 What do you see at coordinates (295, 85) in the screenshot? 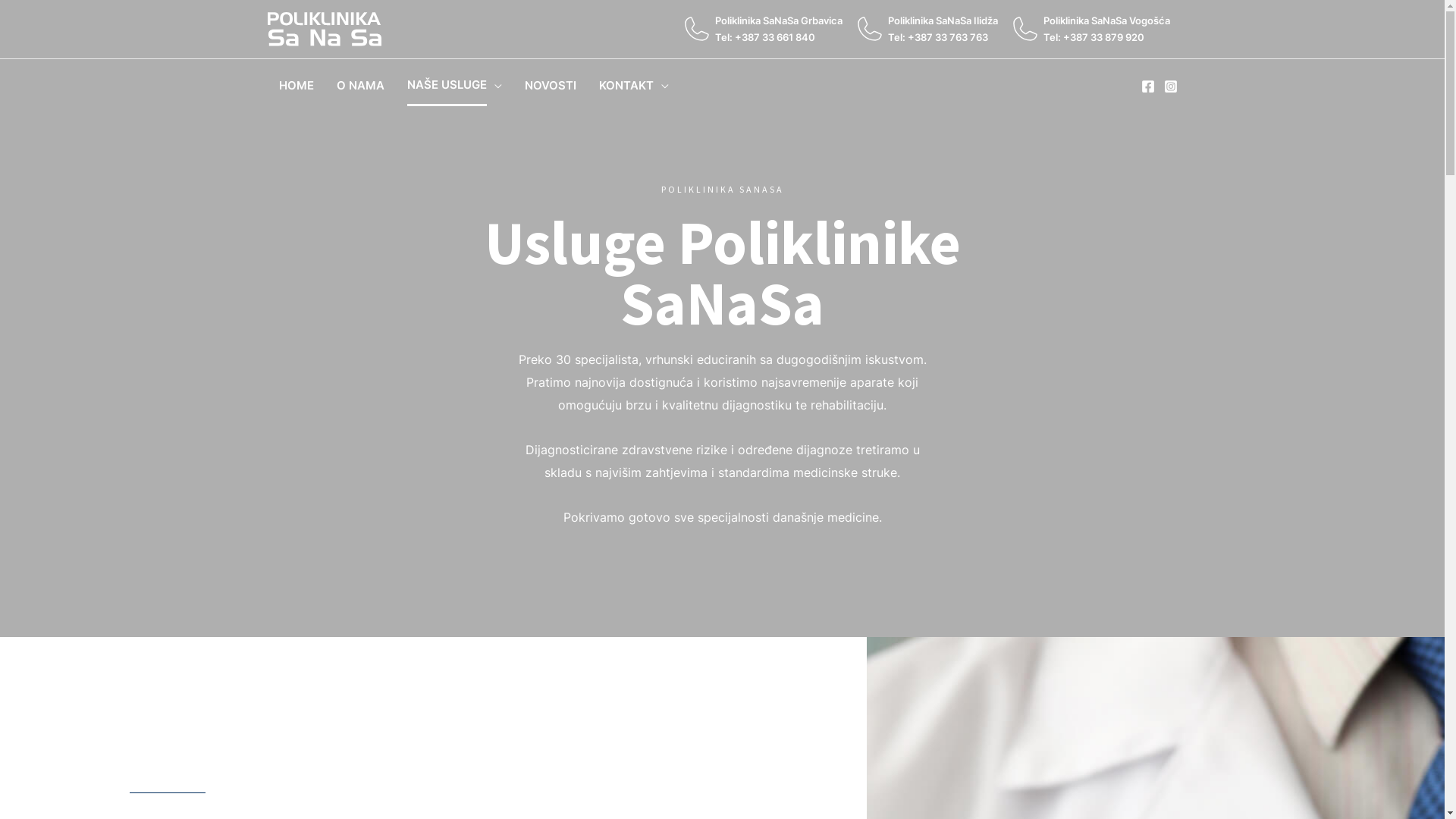
I see `'HOME'` at bounding box center [295, 85].